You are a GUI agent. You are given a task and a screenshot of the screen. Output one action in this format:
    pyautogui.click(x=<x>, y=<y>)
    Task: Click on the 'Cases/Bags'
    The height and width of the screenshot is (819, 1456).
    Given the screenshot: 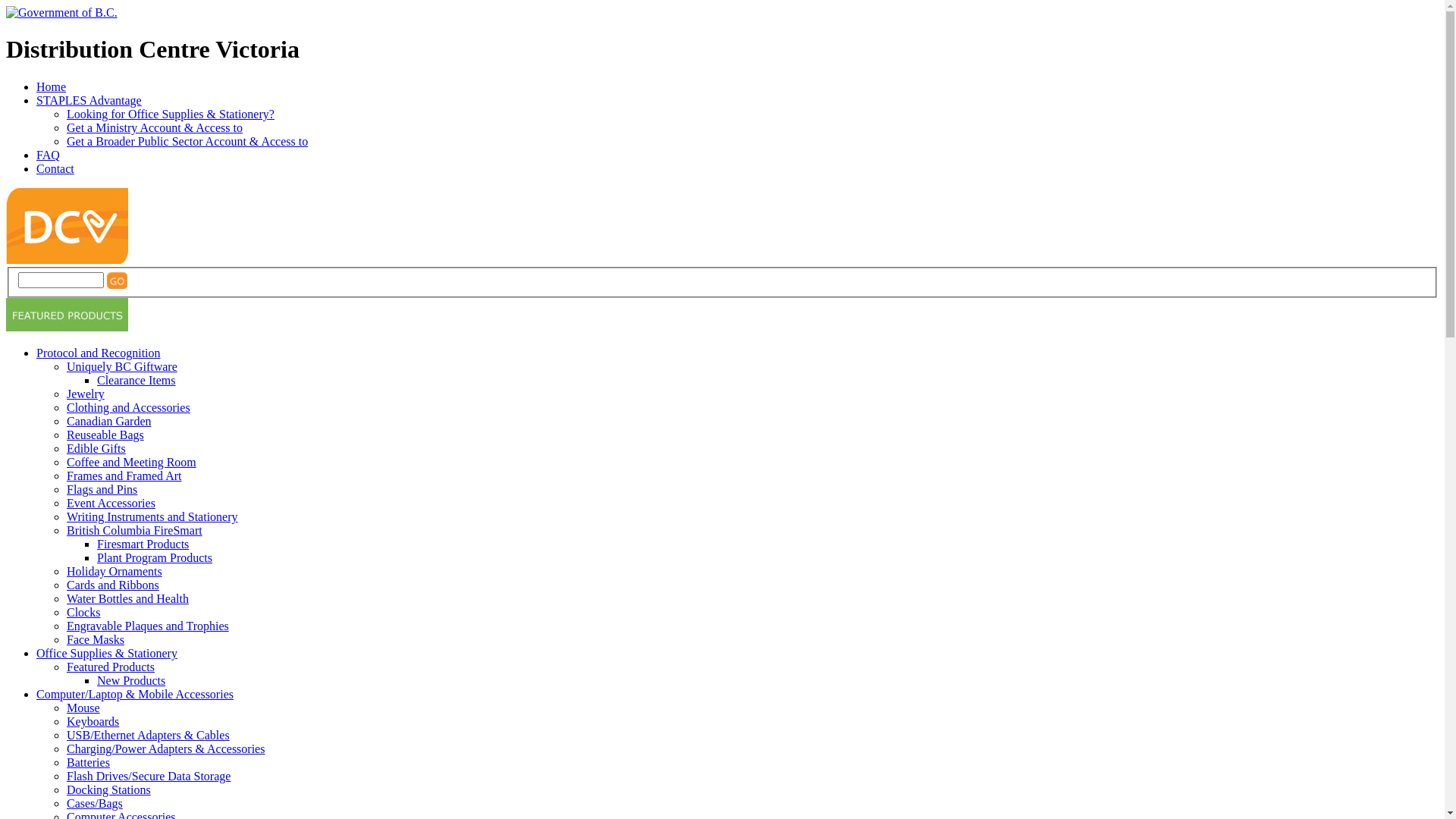 What is the action you would take?
    pyautogui.click(x=93, y=802)
    